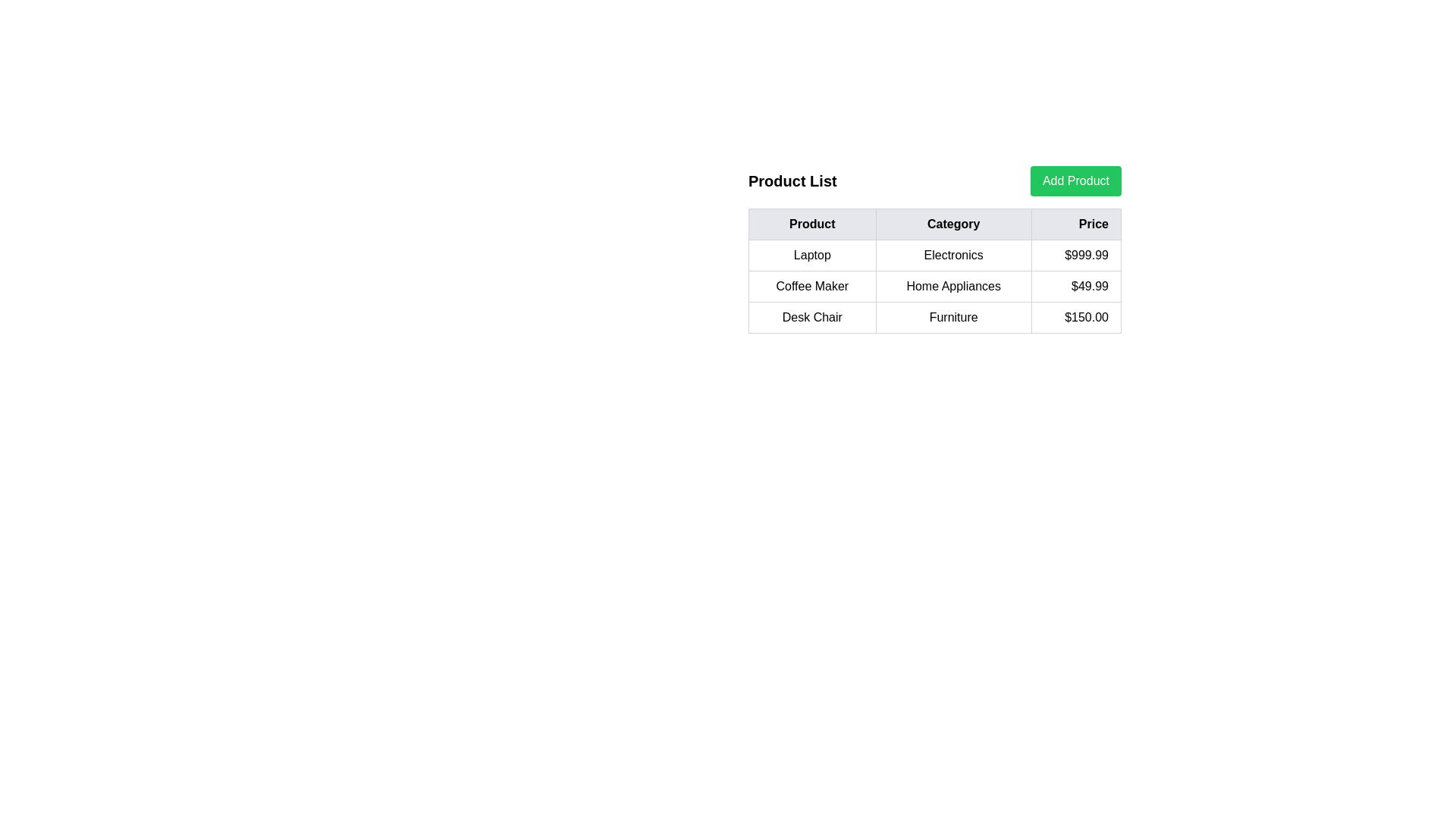  I want to click on the price label for the 'Coffee Maker' item located in the third column of the second row in the 'Product List' table, so click(1075, 287).